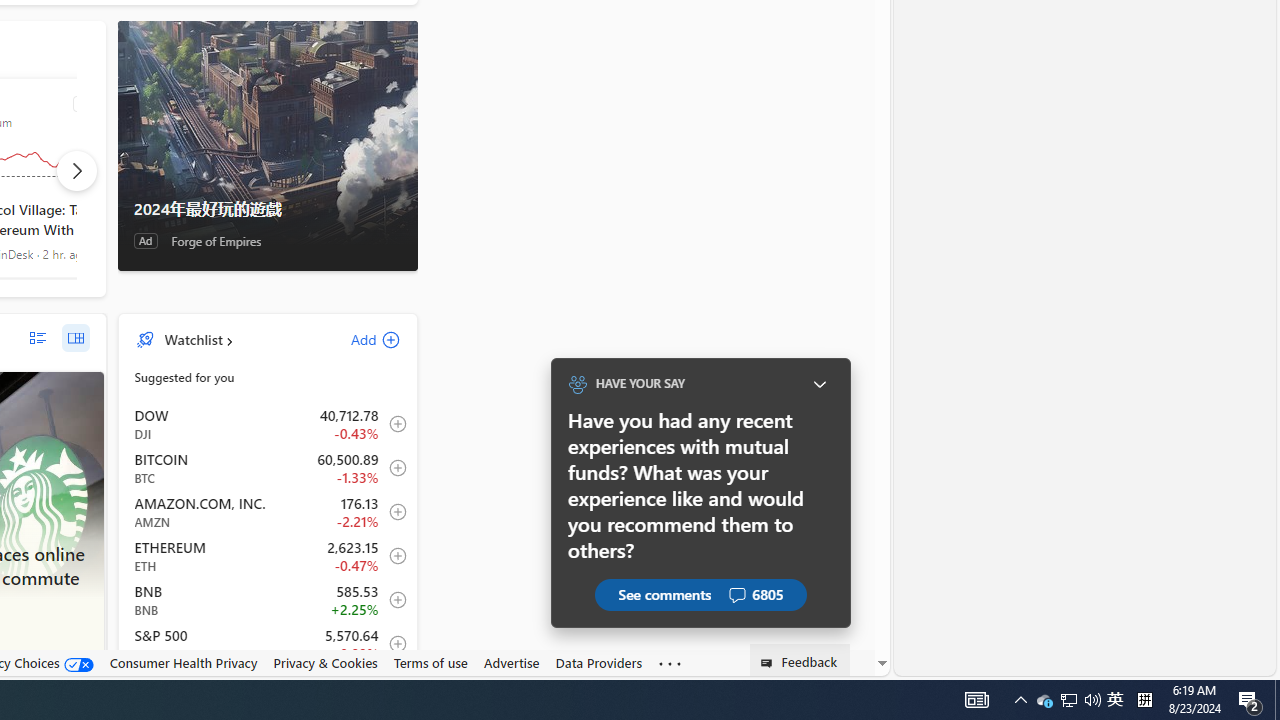 This screenshot has height=720, width=1280. Describe the element at coordinates (325, 662) in the screenshot. I see `'Privacy & Cookies'` at that location.